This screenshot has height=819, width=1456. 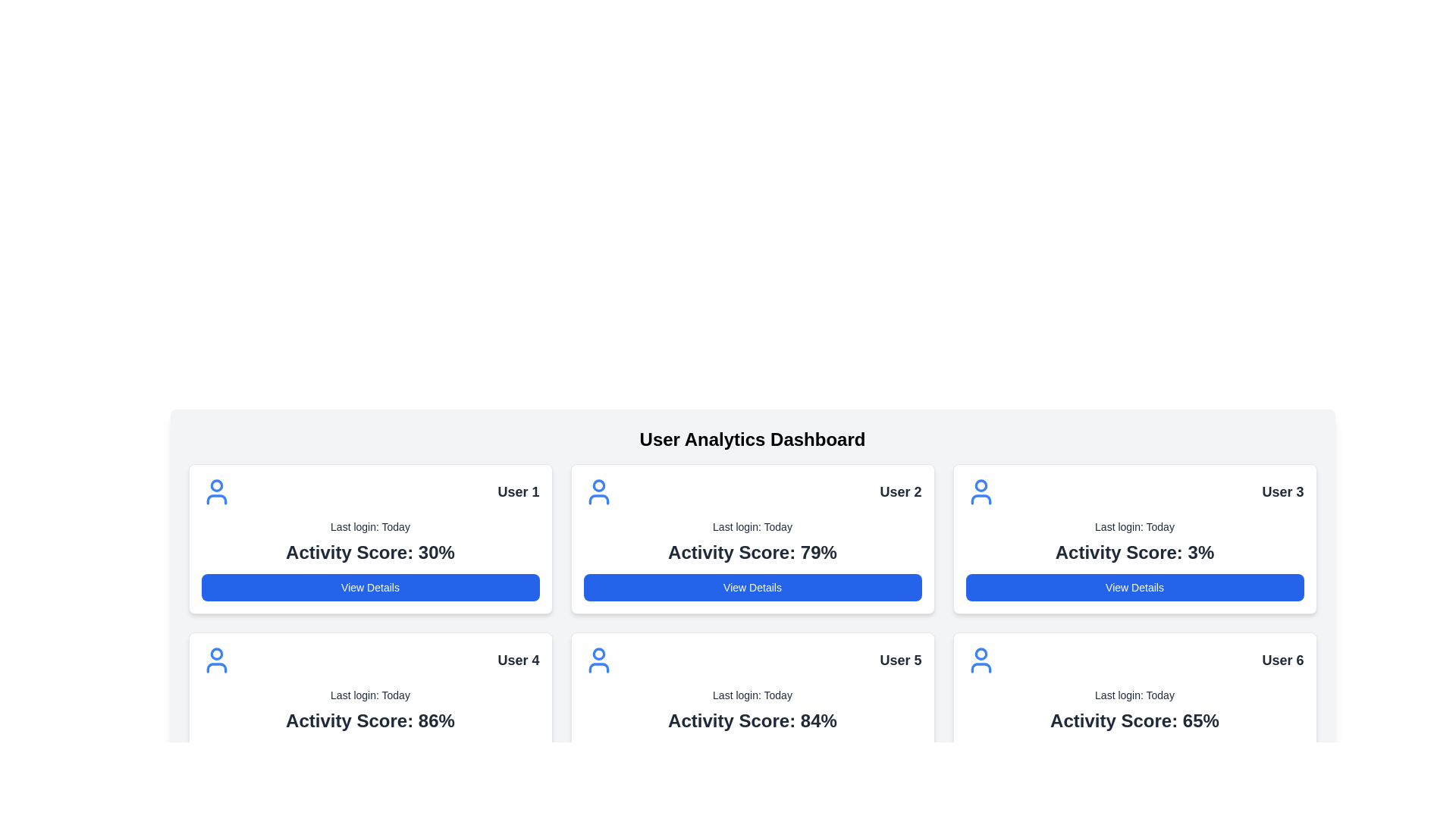 I want to click on the SVG Circle element that is part of the user icon located in the top-left corner of the card for 'User 4', so click(x=215, y=653).